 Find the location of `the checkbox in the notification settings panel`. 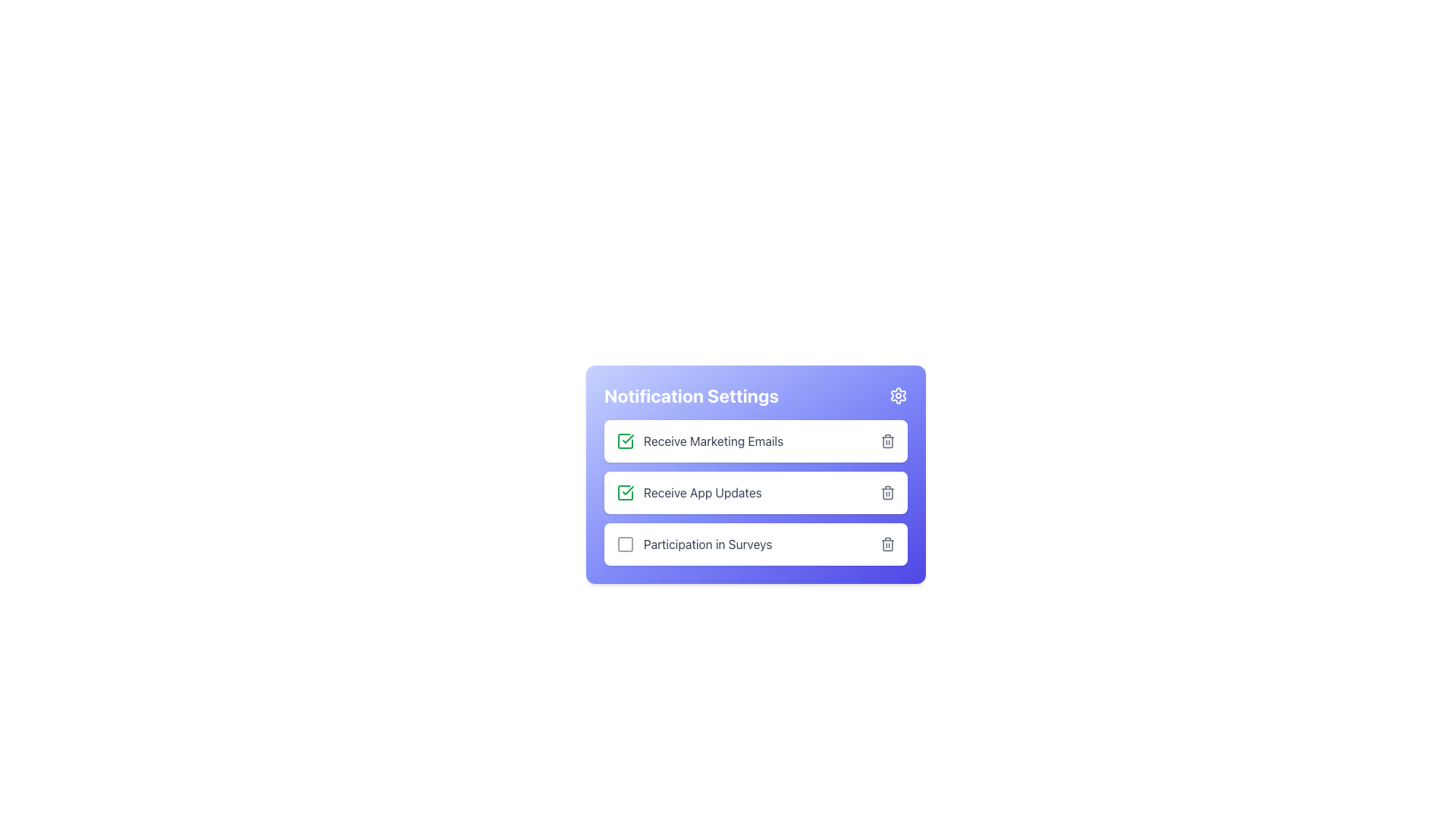

the checkbox in the notification settings panel is located at coordinates (756, 473).